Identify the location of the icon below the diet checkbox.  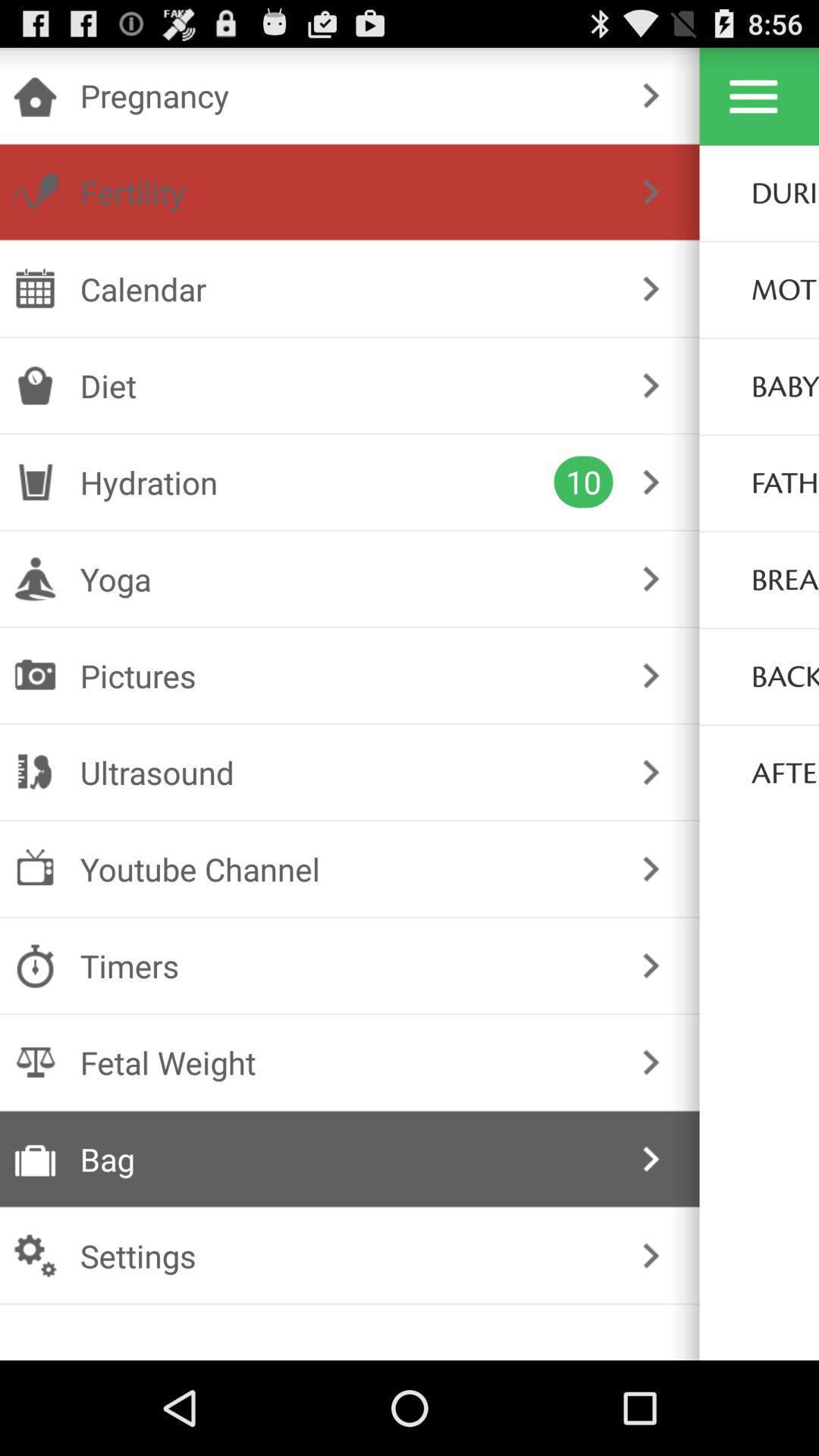
(316, 481).